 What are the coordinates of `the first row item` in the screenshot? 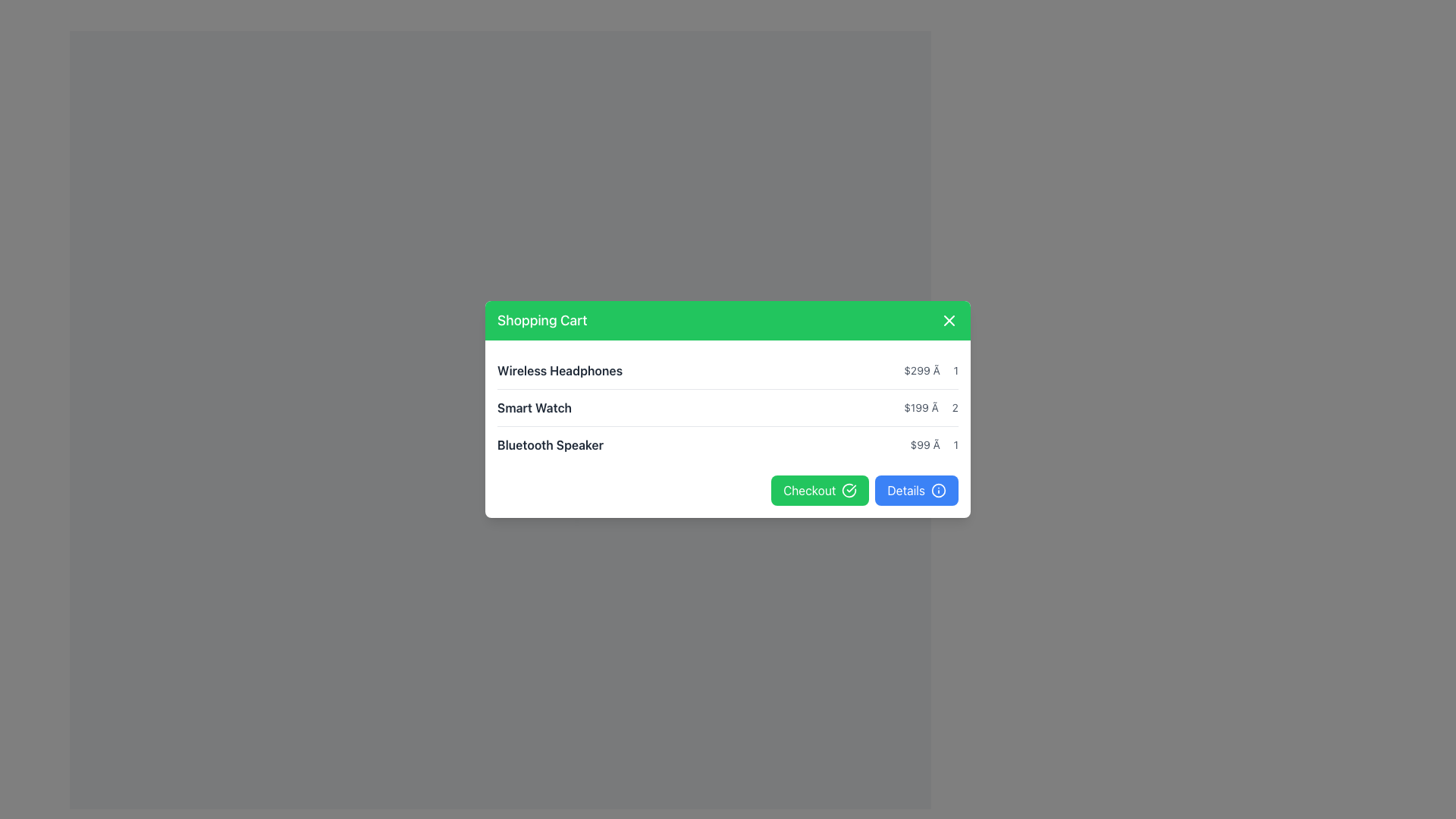 It's located at (728, 371).